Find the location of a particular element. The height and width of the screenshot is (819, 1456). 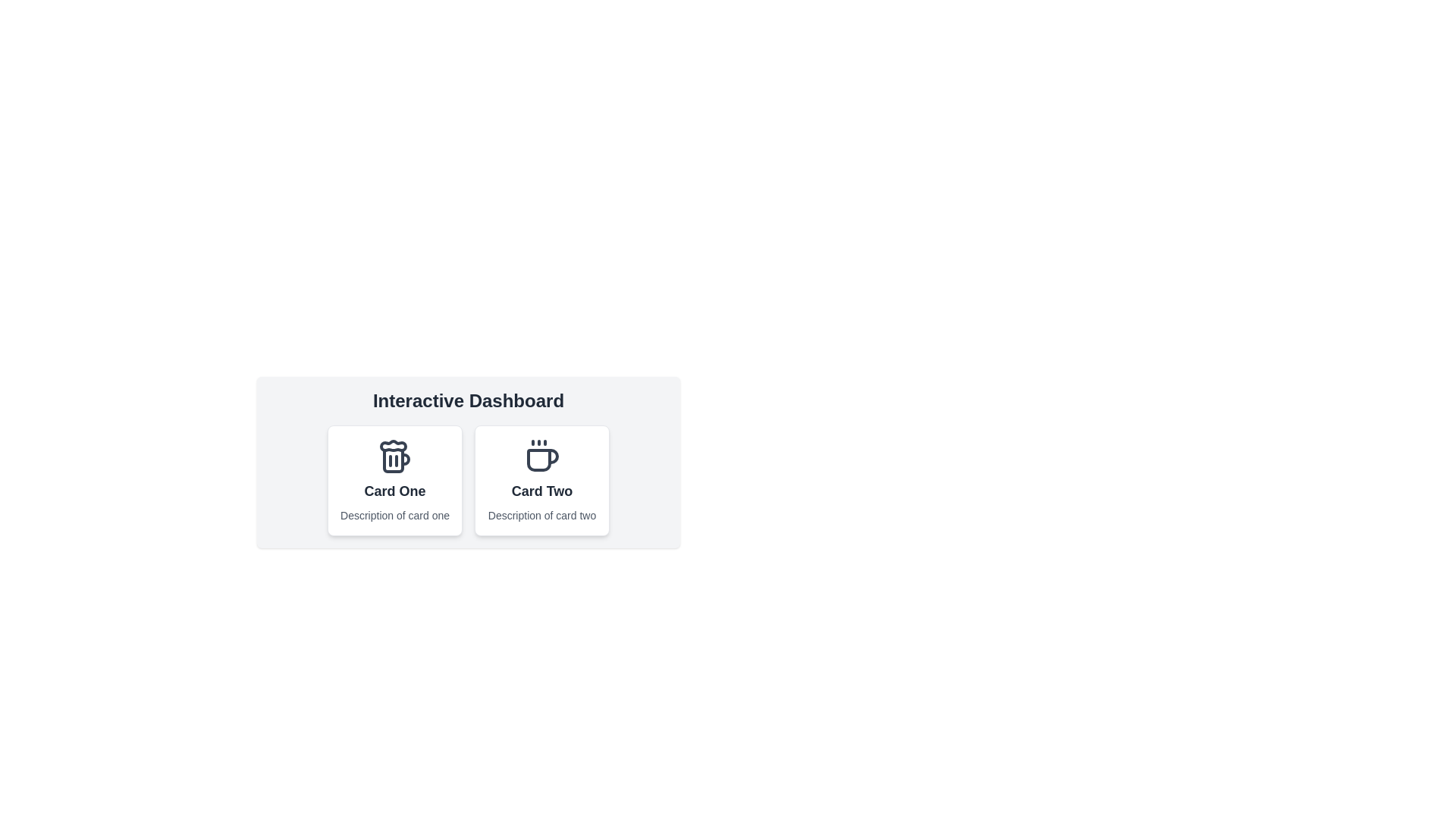

the coffee cup icon located in 'Card Two' beneath the 'Interactive Dashboard' heading is located at coordinates (542, 455).